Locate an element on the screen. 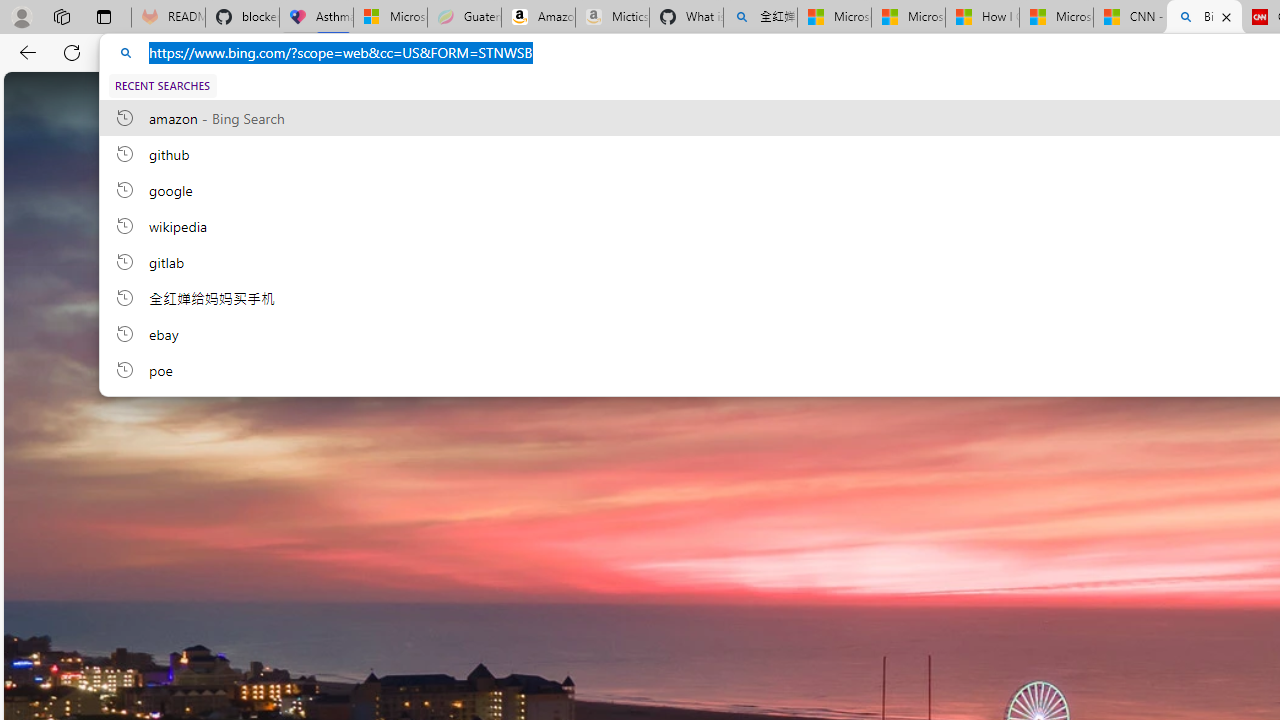  'Asthma Inhalers: Names and Types' is located at coordinates (315, 17).